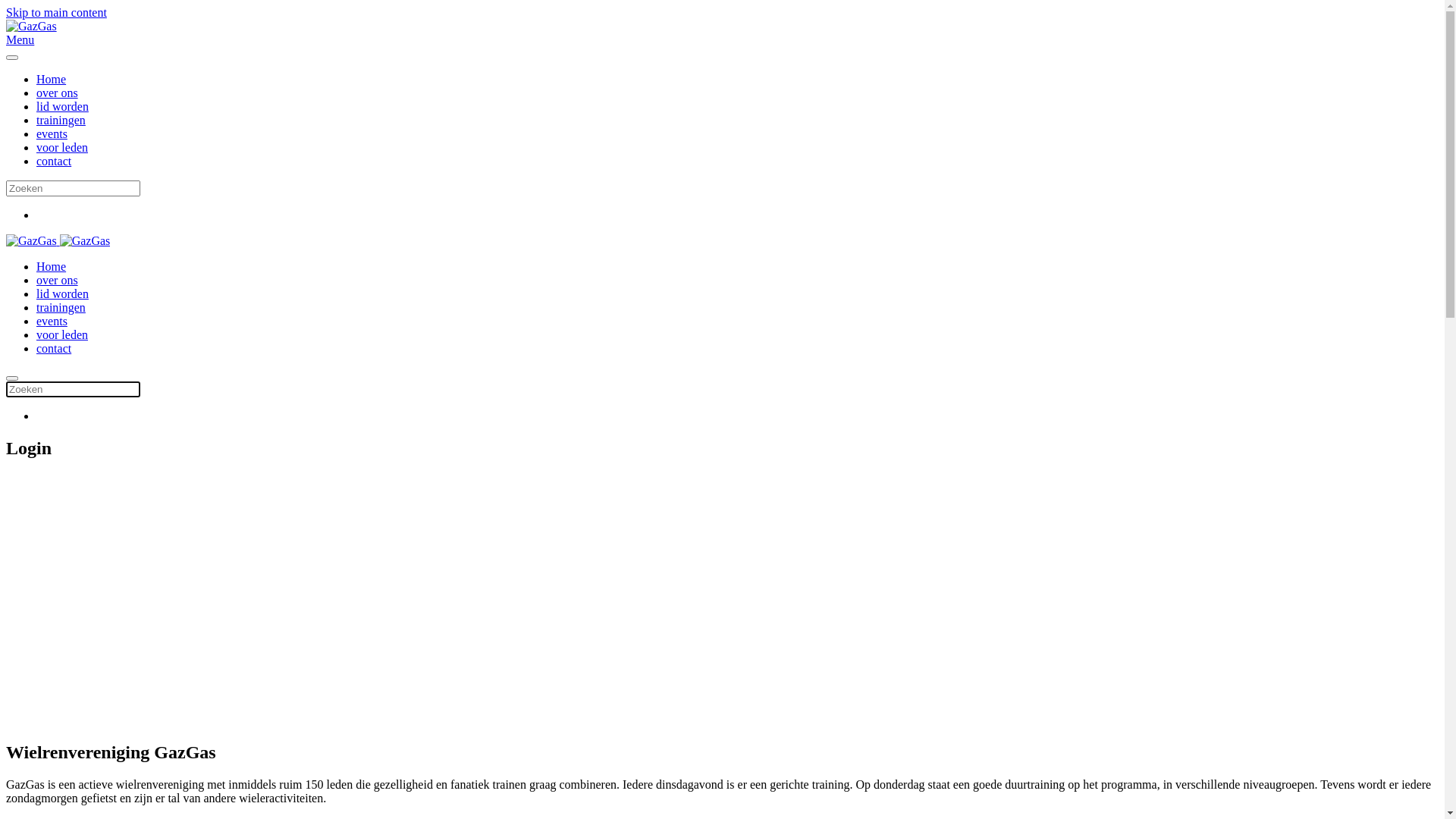  What do you see at coordinates (36, 147) in the screenshot?
I see `'voor leden'` at bounding box center [36, 147].